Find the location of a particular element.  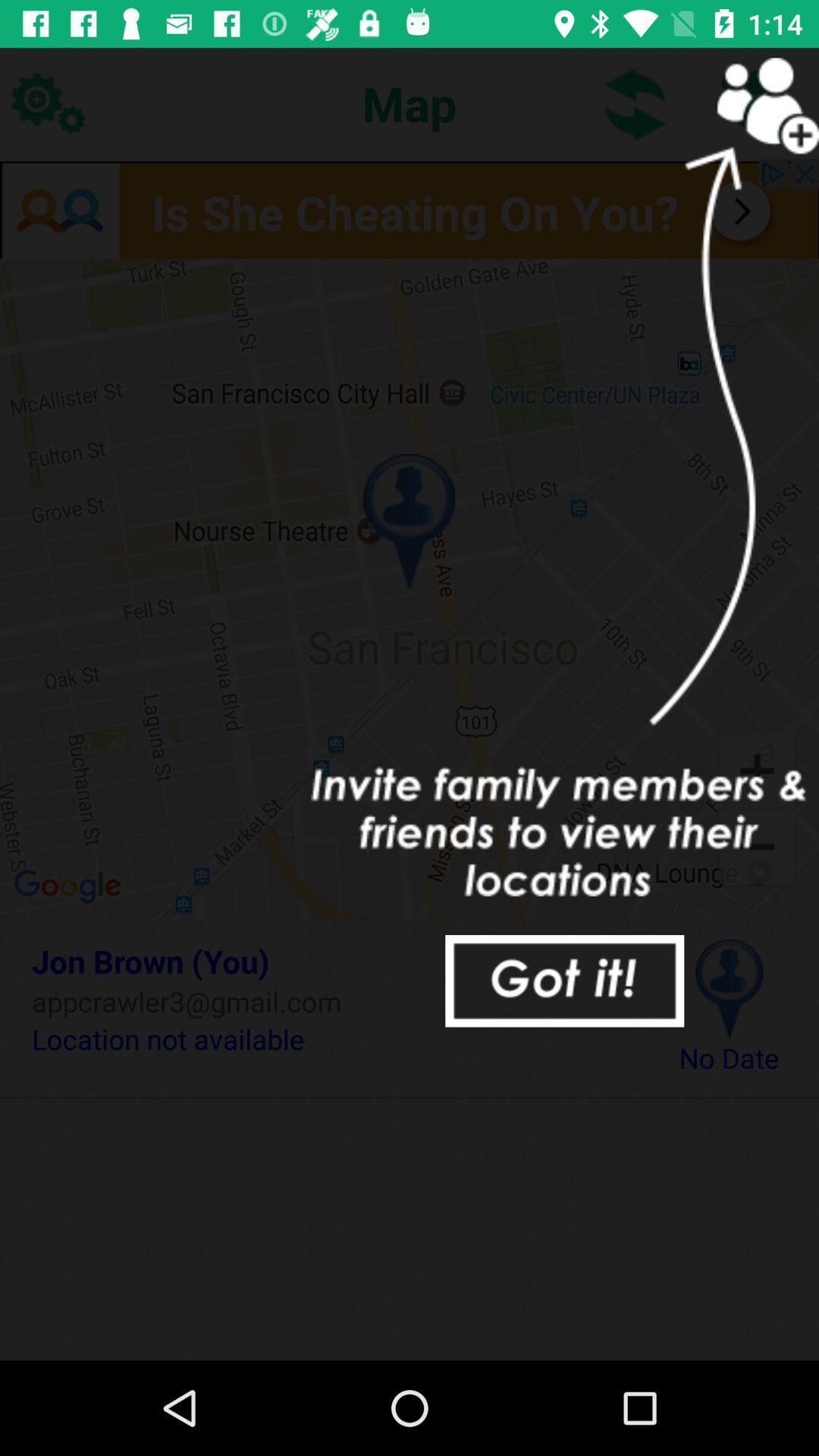

switch option is located at coordinates (635, 102).